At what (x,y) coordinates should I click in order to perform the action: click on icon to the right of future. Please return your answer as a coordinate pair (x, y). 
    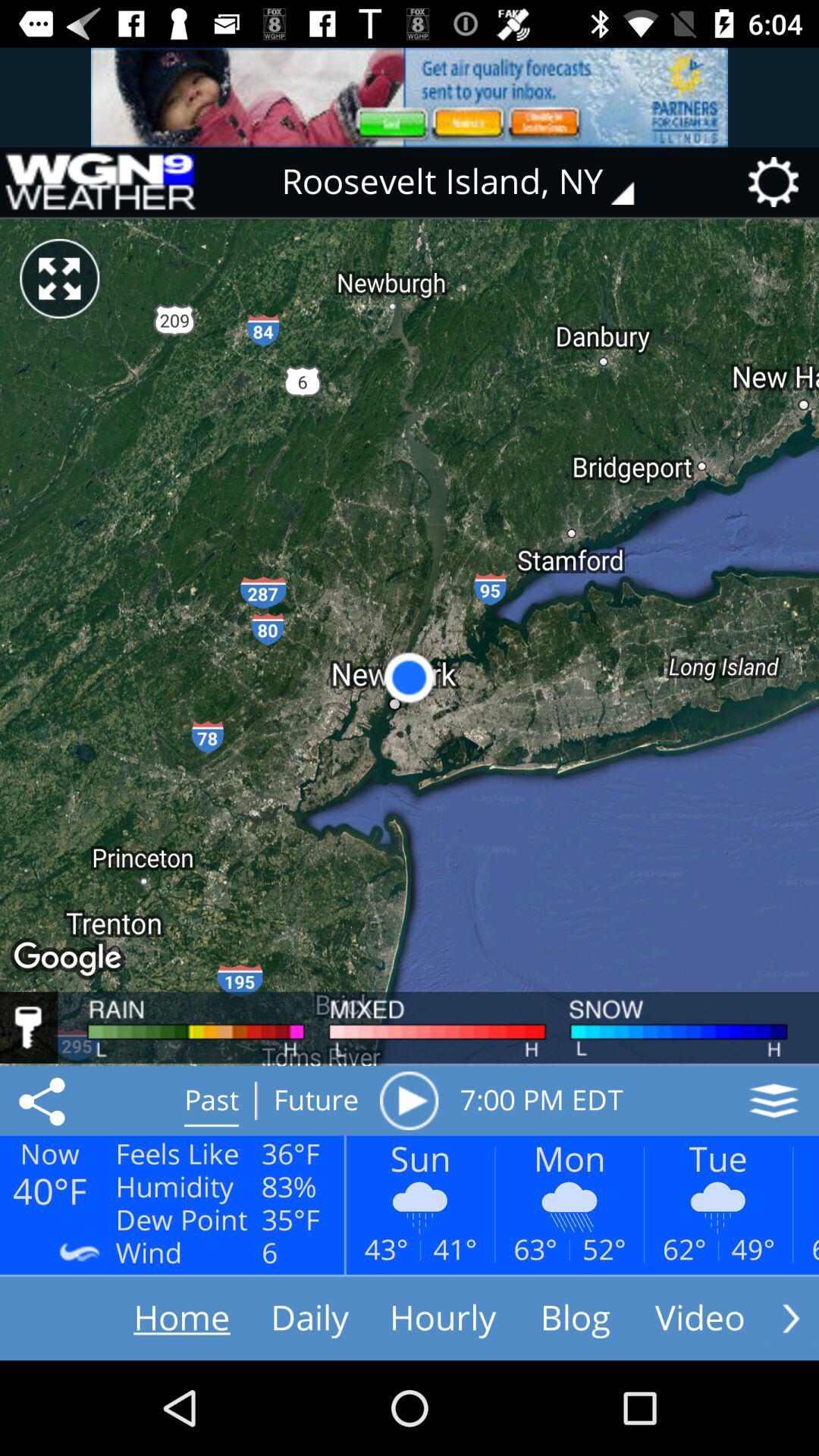
    Looking at the image, I should click on (408, 1100).